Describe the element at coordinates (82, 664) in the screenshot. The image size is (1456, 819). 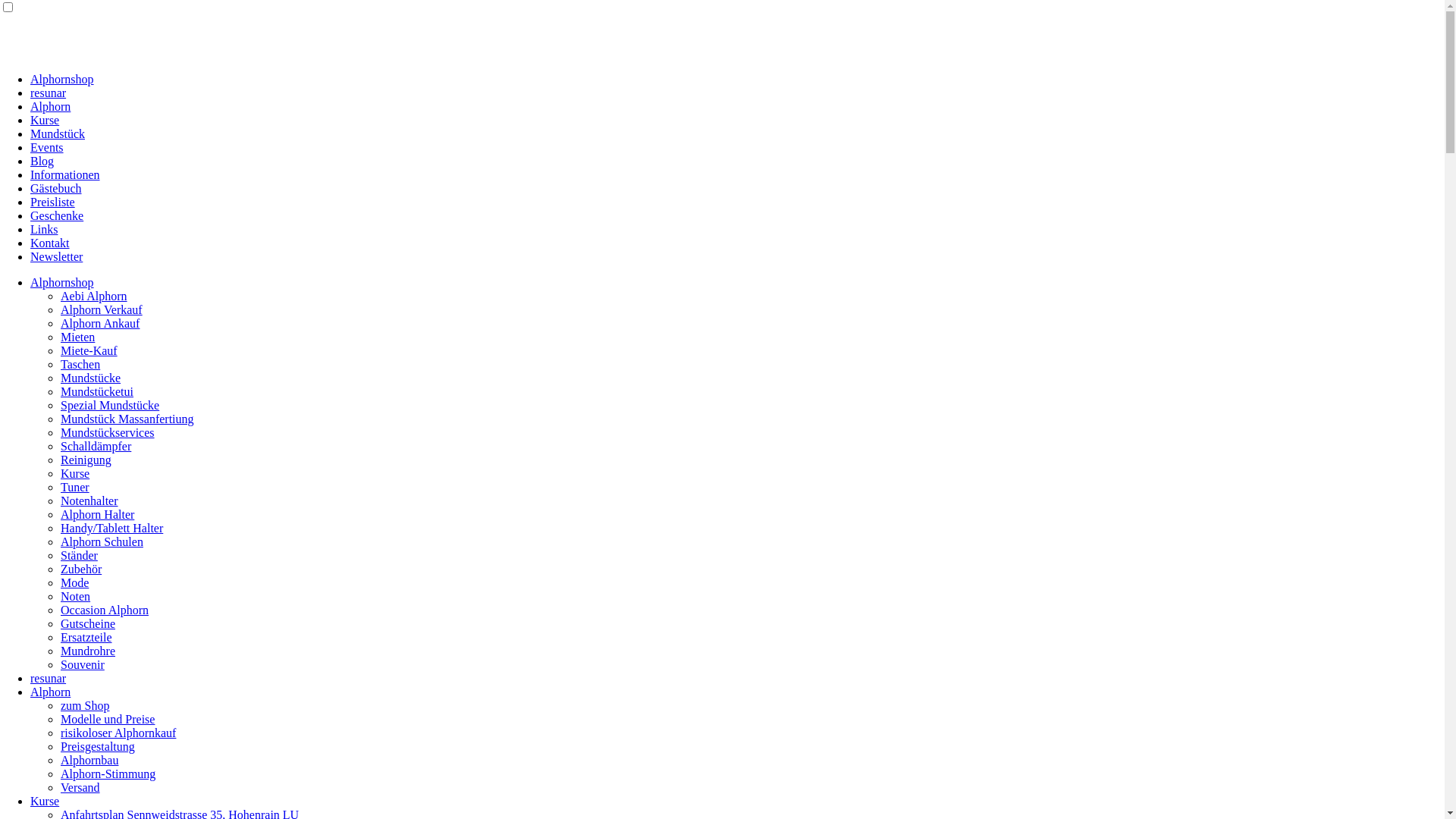
I see `'Souvenir'` at that location.